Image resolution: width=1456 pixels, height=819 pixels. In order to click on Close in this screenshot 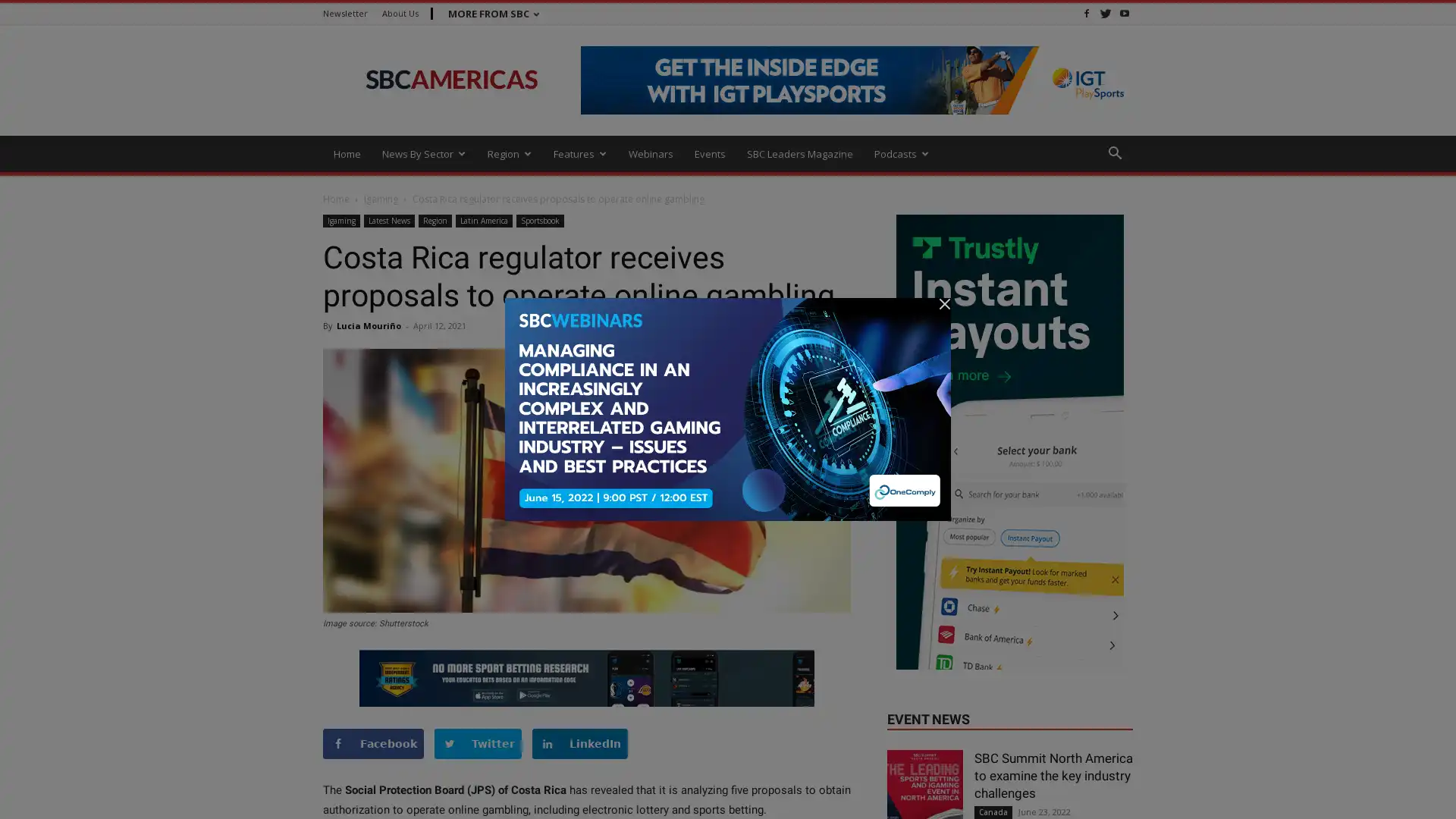, I will do `click(1429, 789)`.